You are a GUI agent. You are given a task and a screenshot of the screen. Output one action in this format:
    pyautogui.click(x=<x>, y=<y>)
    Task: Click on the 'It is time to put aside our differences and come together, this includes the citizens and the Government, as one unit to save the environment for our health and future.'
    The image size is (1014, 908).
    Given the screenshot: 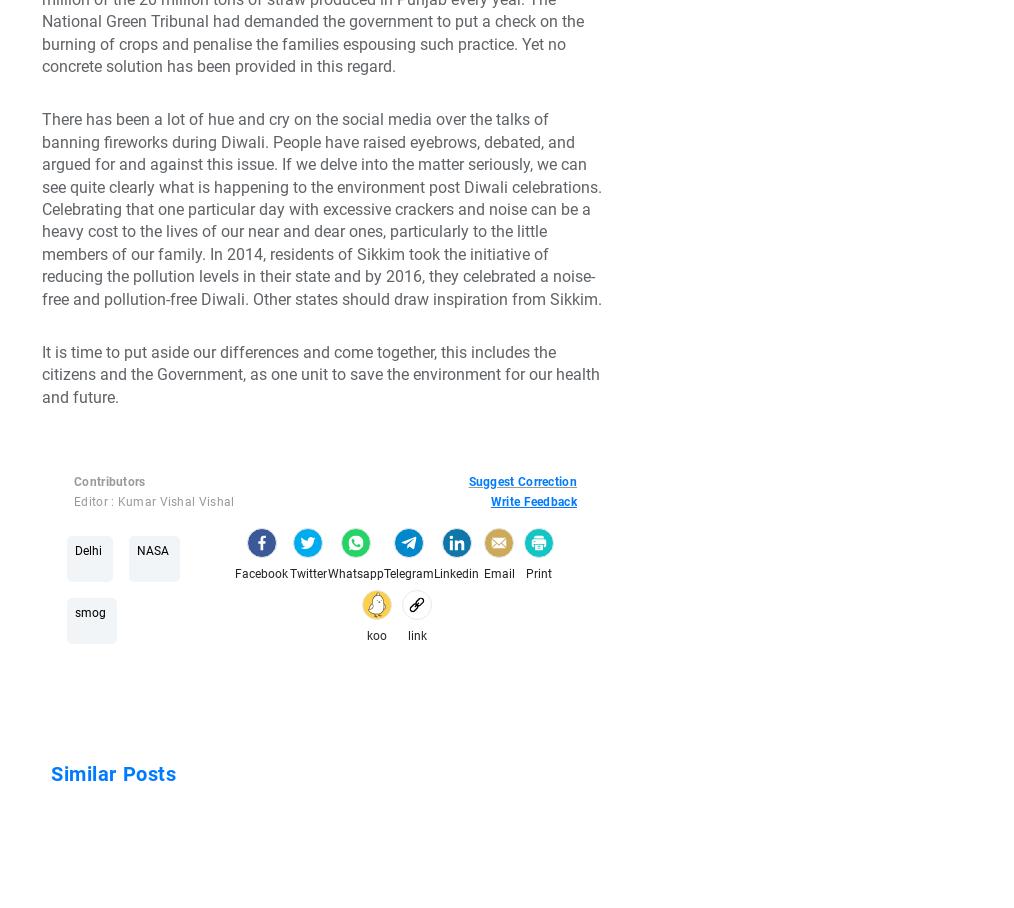 What is the action you would take?
    pyautogui.click(x=321, y=374)
    